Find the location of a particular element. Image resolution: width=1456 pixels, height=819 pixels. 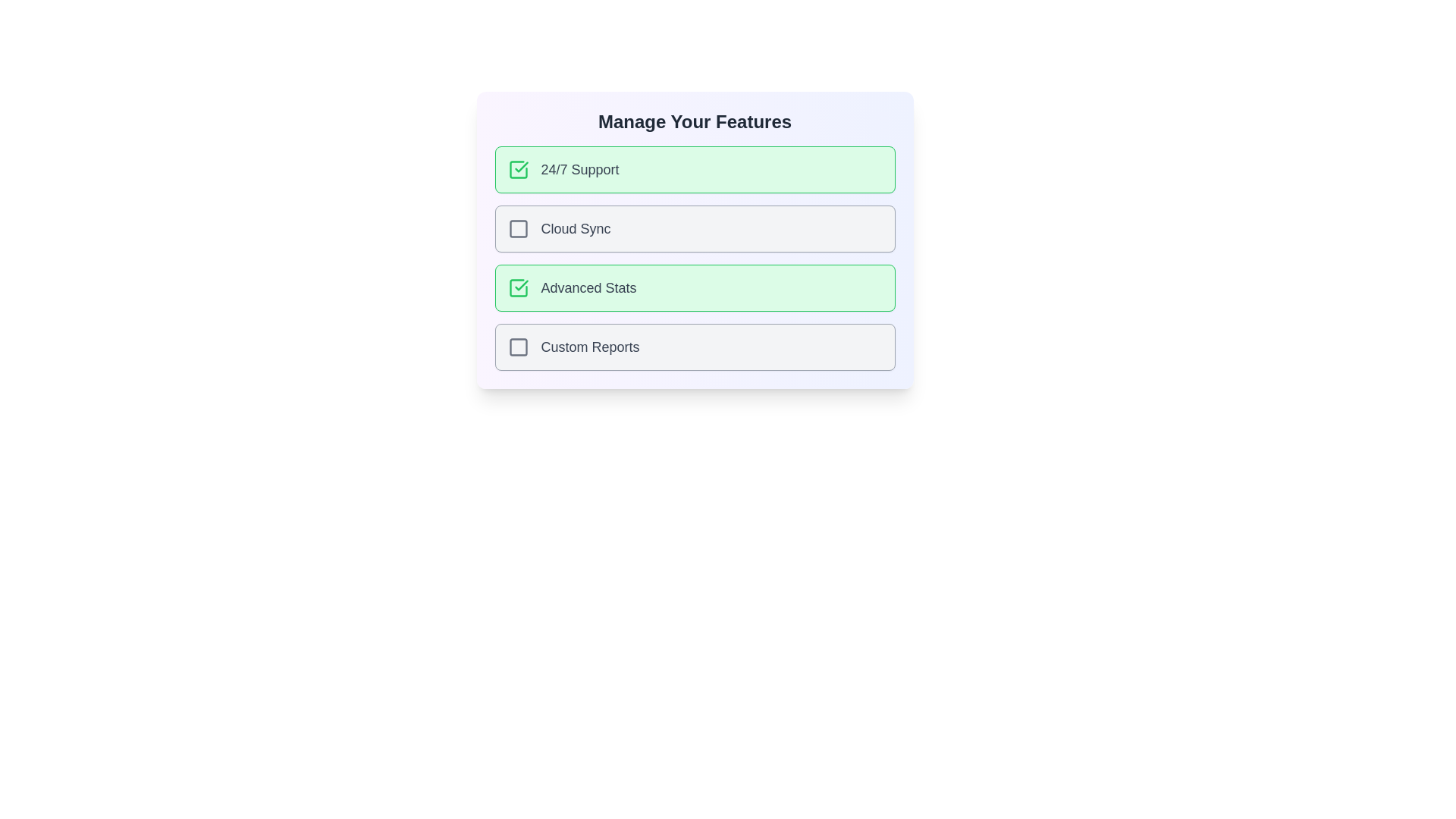

the checkbox element indicating '24/7 Support' is located at coordinates (518, 169).